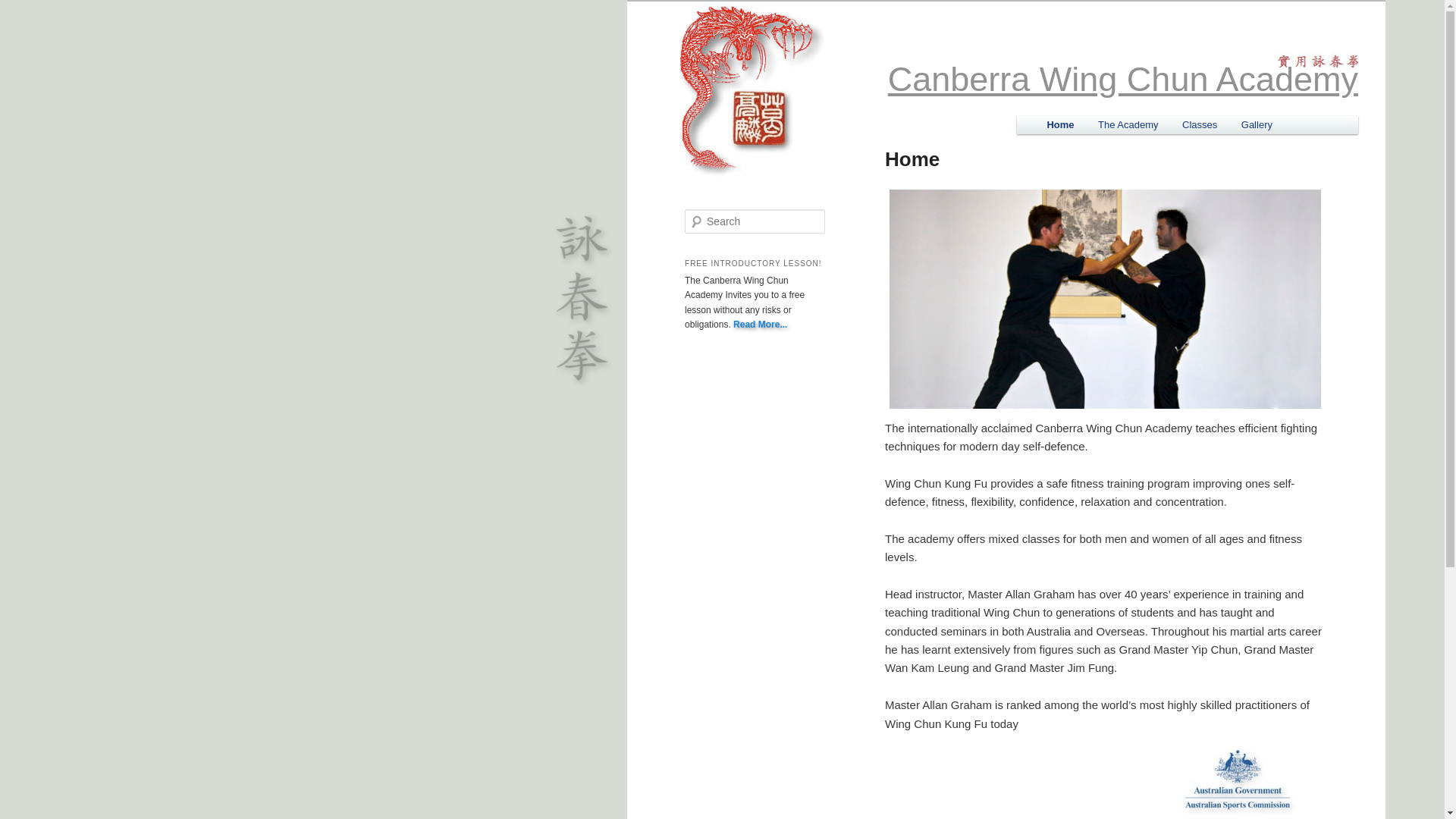 The height and width of the screenshot is (819, 1456). Describe the element at coordinates (1114, 125) in the screenshot. I see `'Skip to primary content'` at that location.